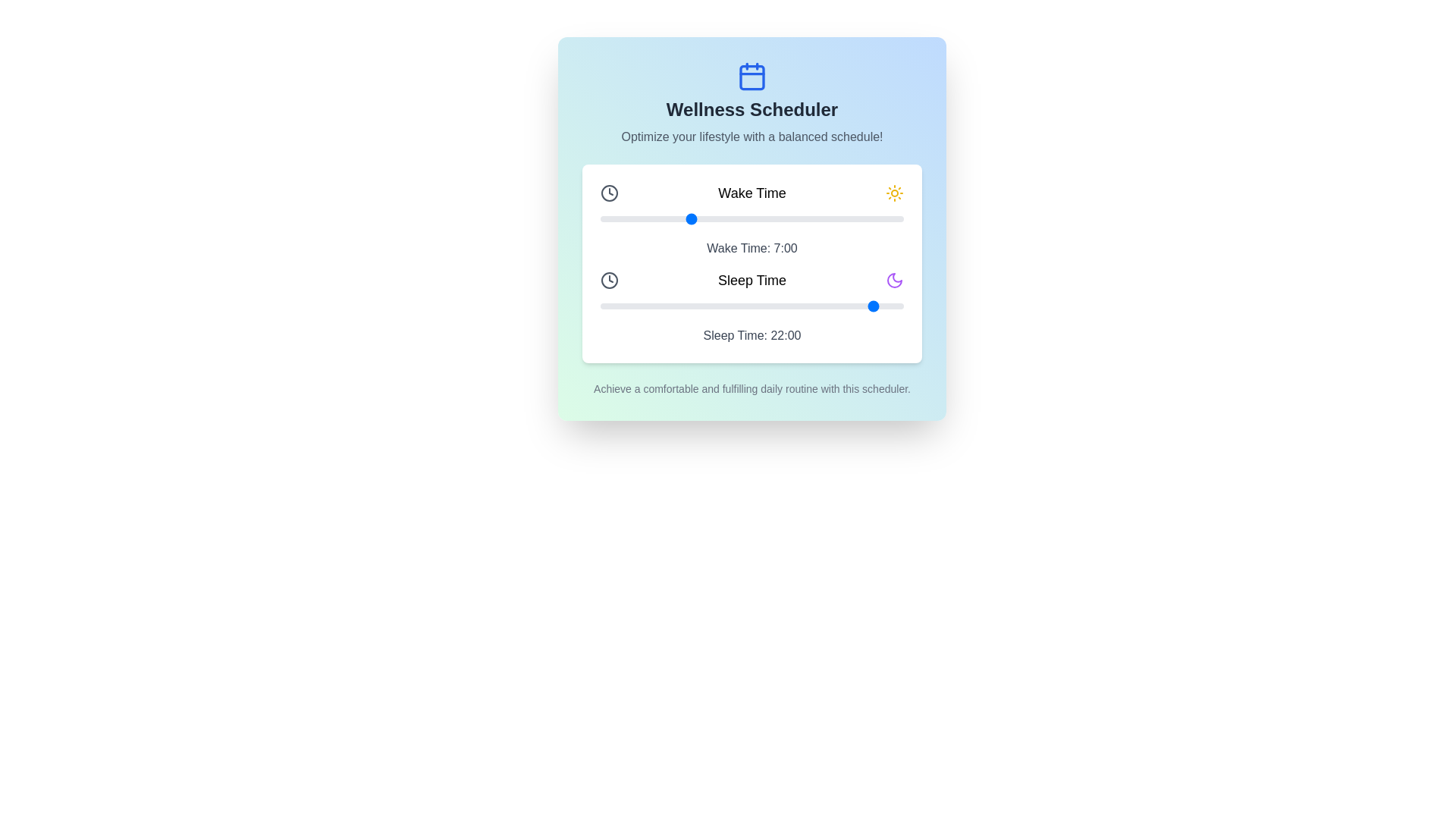 The image size is (1456, 819). What do you see at coordinates (878, 306) in the screenshot?
I see `the time` at bounding box center [878, 306].